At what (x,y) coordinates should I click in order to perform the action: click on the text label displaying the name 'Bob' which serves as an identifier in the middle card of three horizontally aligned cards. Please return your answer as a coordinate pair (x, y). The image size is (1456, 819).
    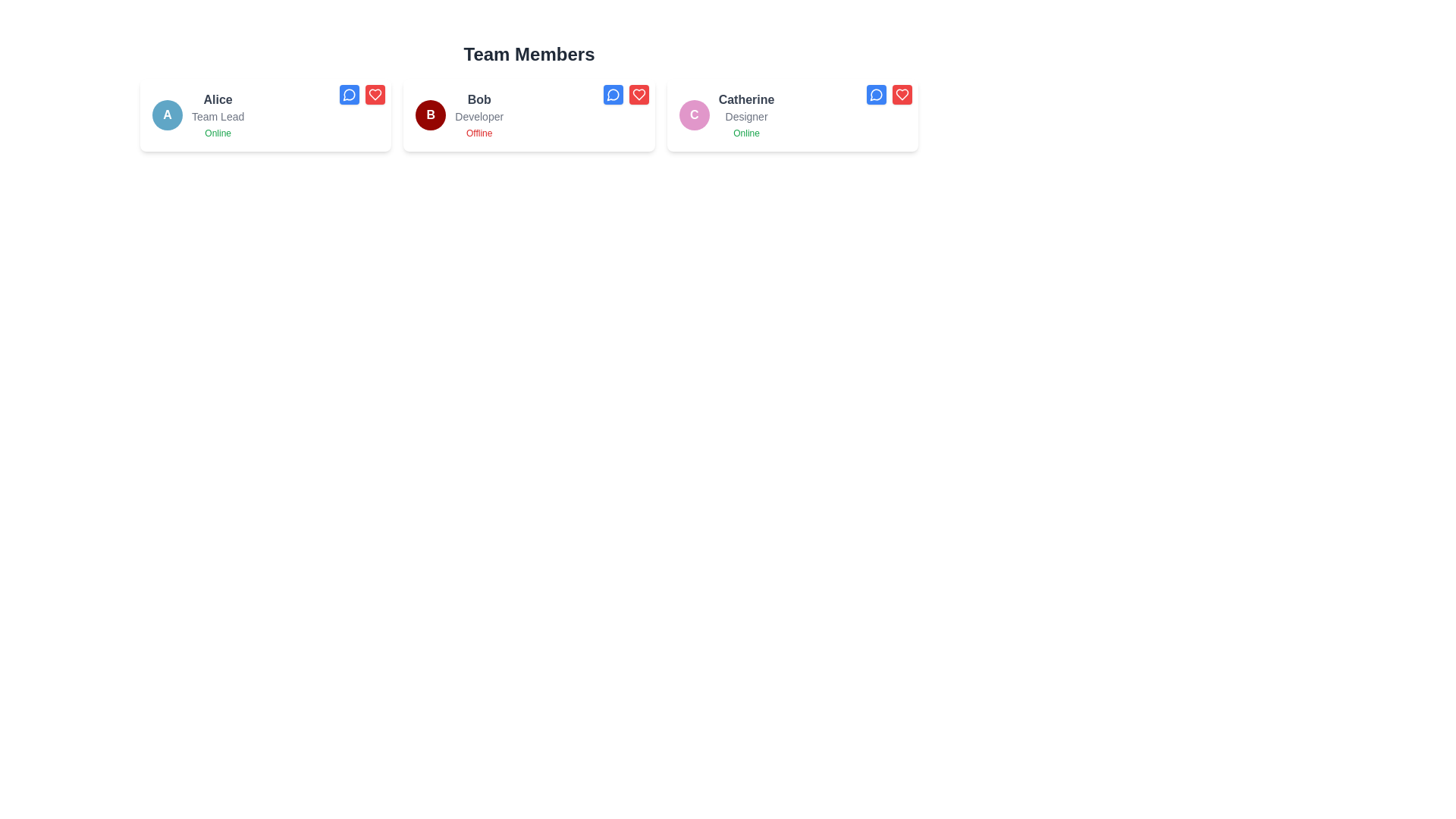
    Looking at the image, I should click on (479, 99).